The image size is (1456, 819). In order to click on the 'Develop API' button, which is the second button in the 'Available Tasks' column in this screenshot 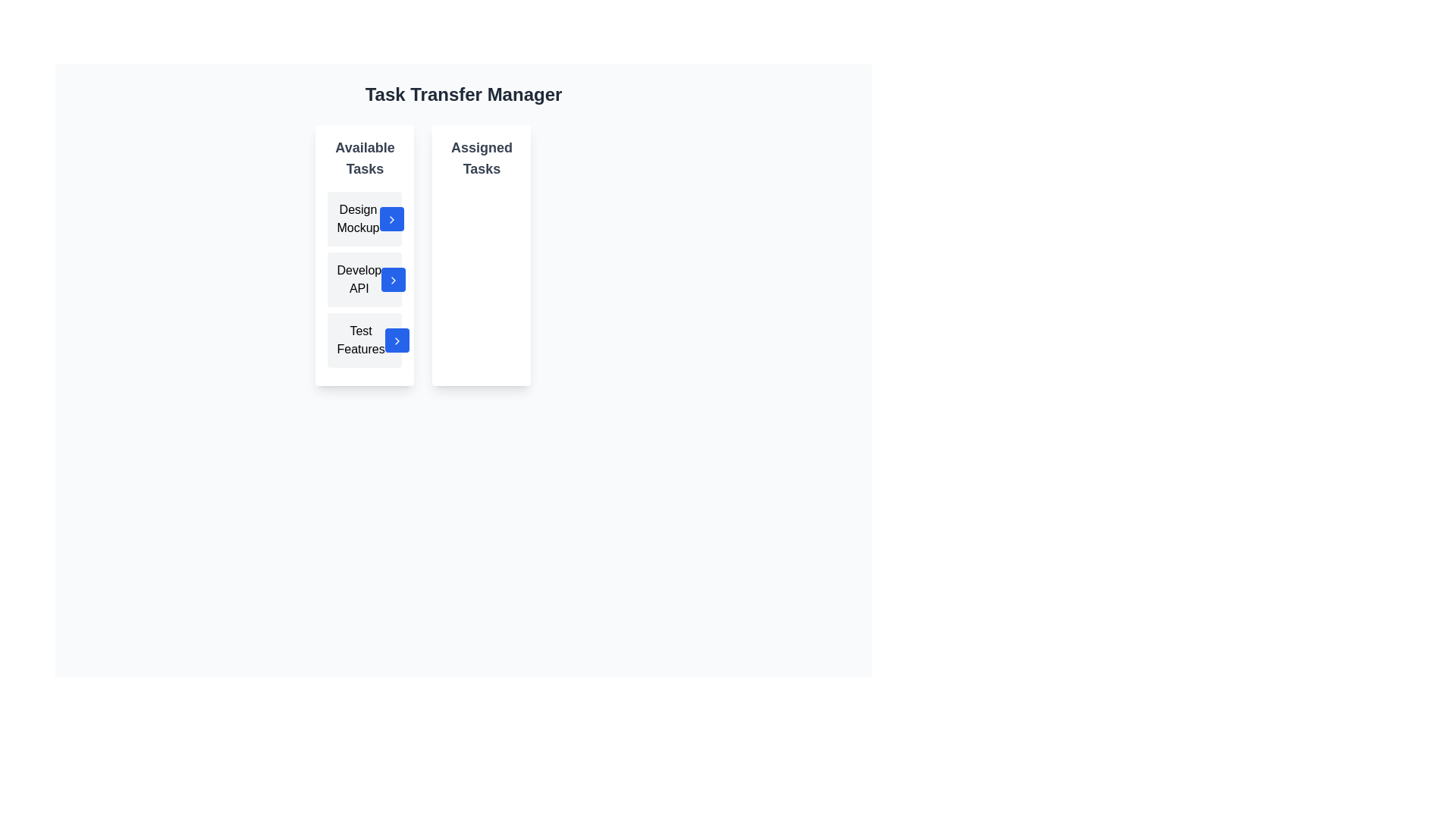, I will do `click(365, 280)`.